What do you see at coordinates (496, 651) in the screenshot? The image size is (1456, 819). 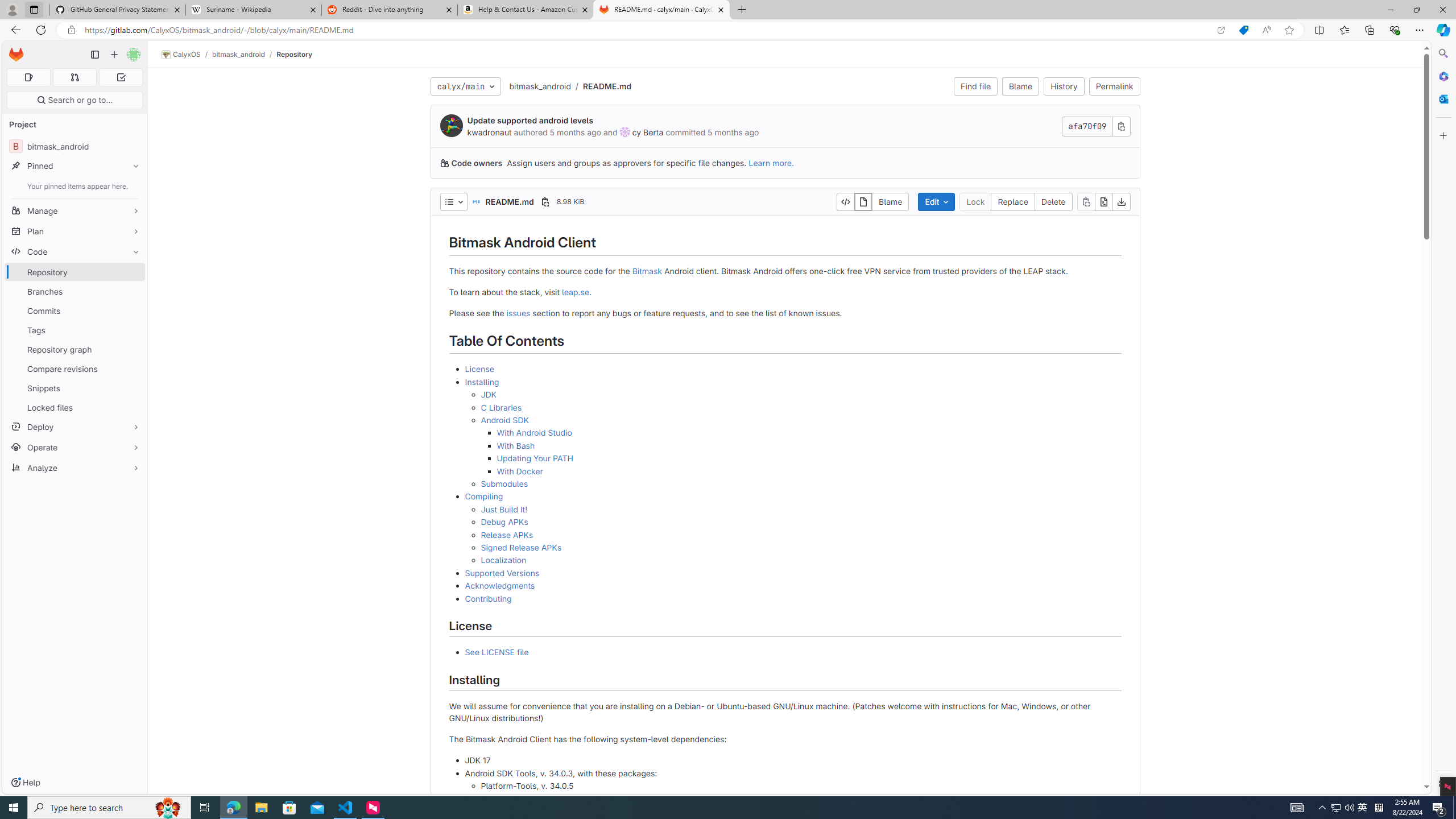 I see `'See LICENSE file'` at bounding box center [496, 651].